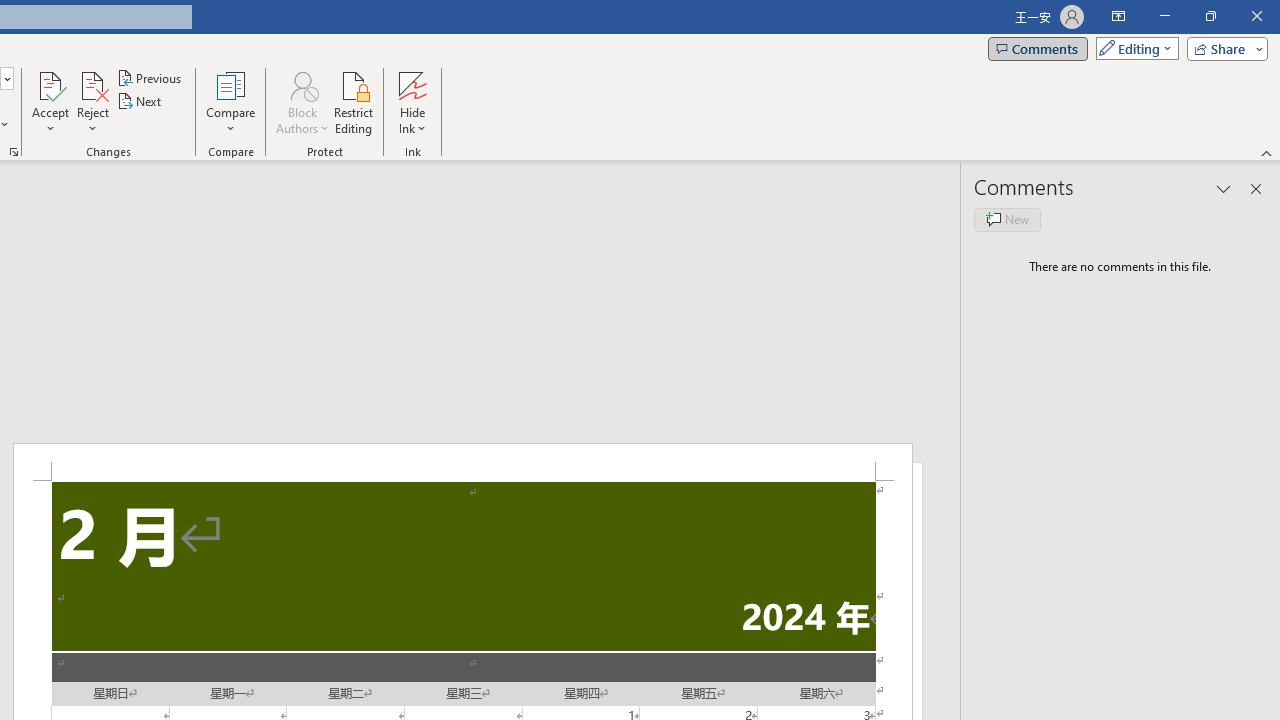  I want to click on 'Block Authors', so click(301, 84).